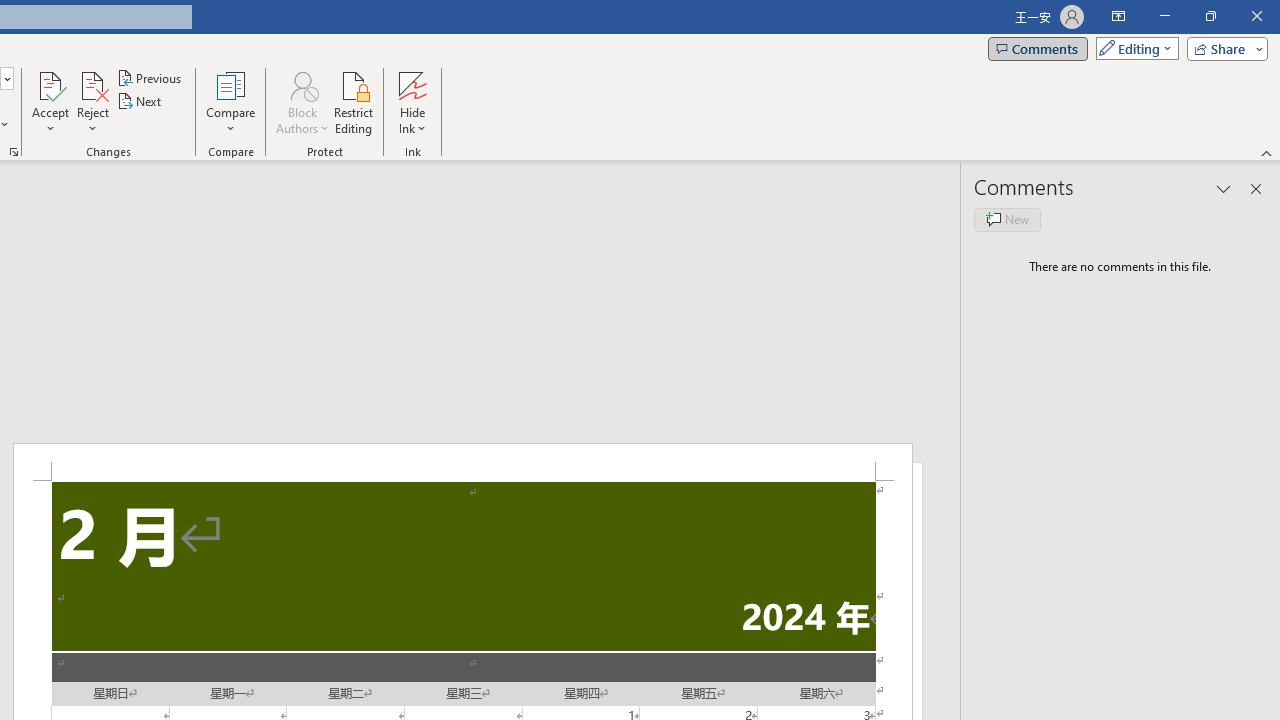  I want to click on 'Block Authors', so click(301, 84).